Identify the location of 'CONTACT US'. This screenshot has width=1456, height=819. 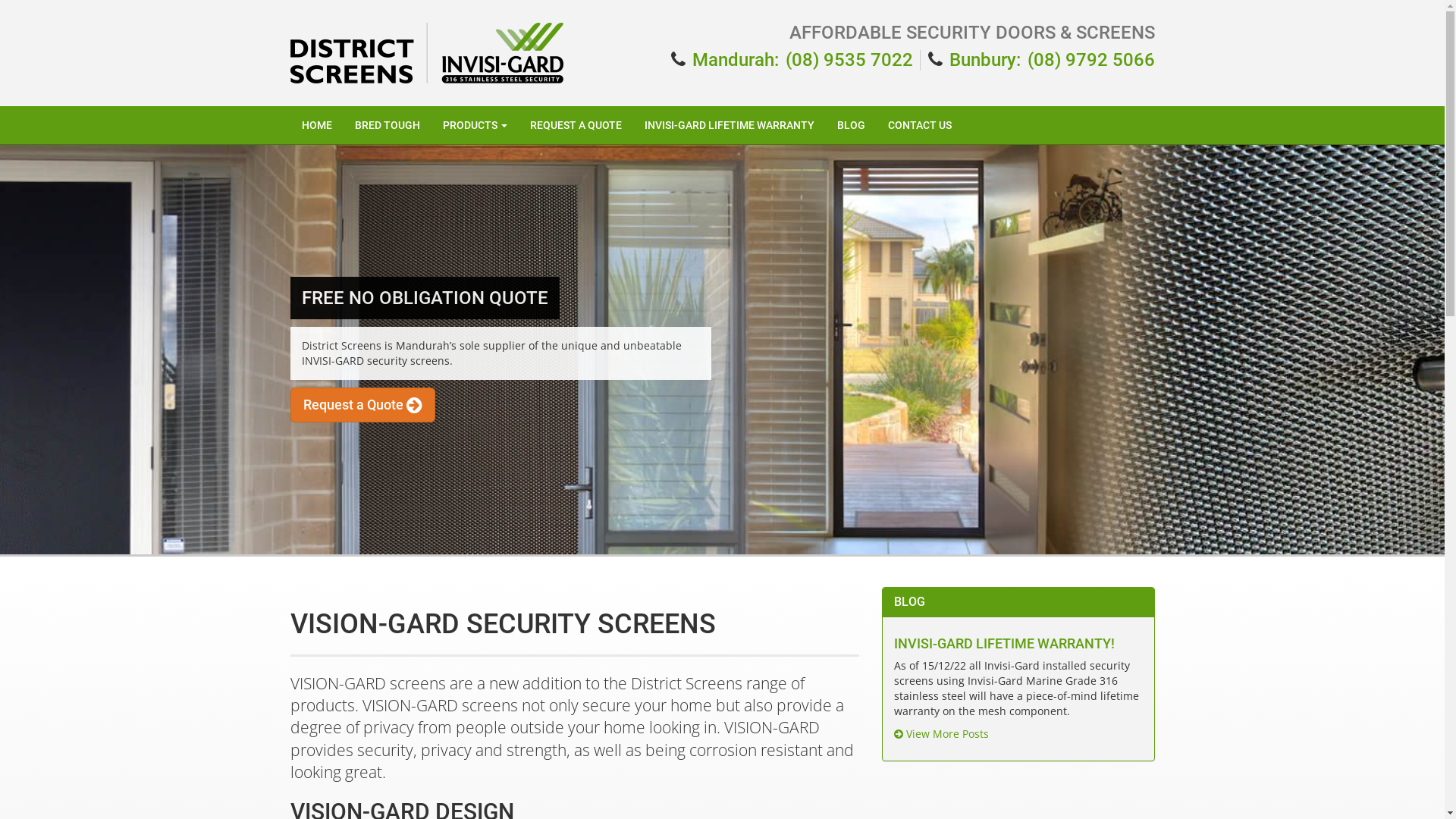
(919, 124).